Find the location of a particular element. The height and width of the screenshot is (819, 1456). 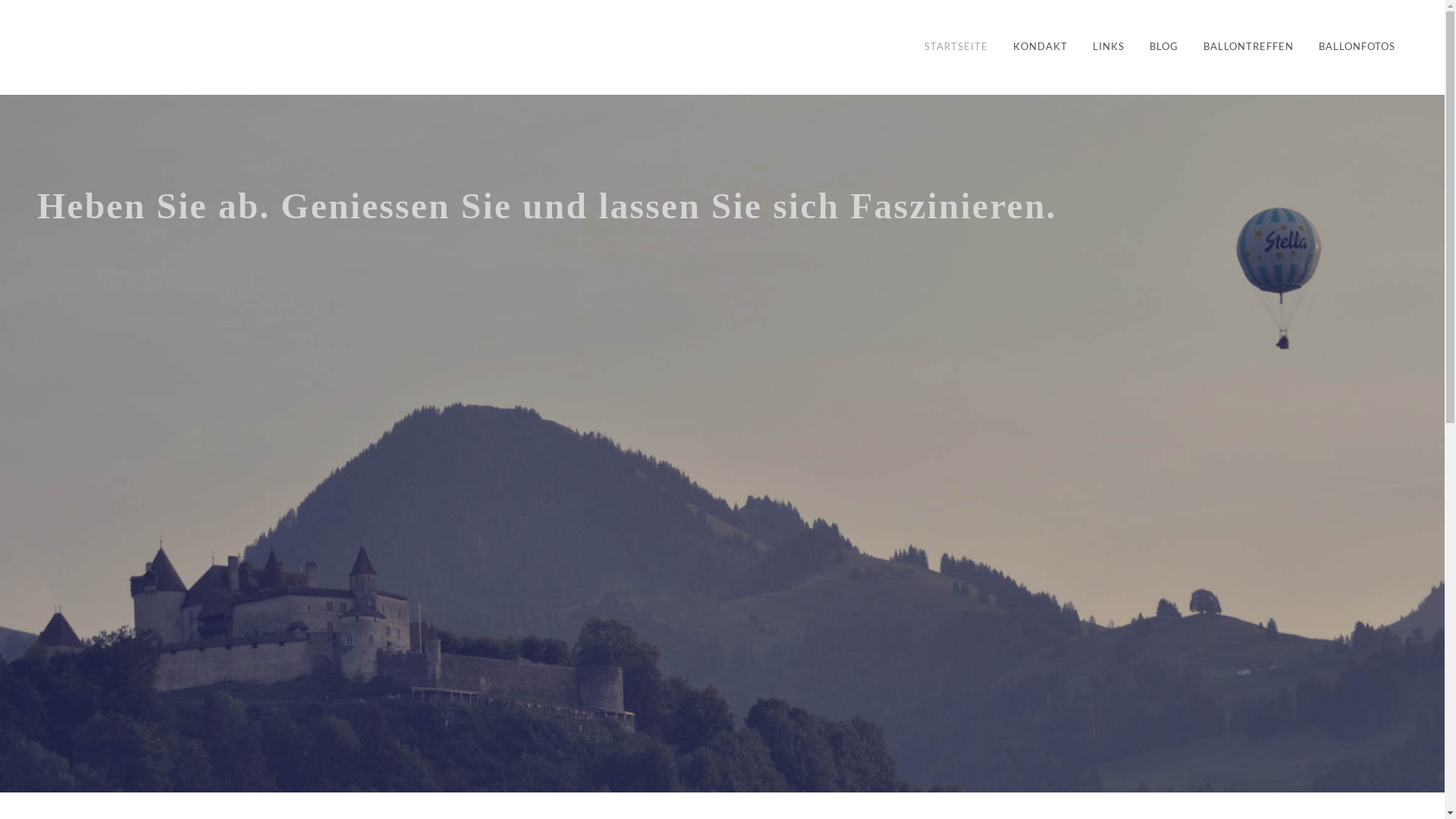

'BALLONFOTOS' is located at coordinates (1357, 46).